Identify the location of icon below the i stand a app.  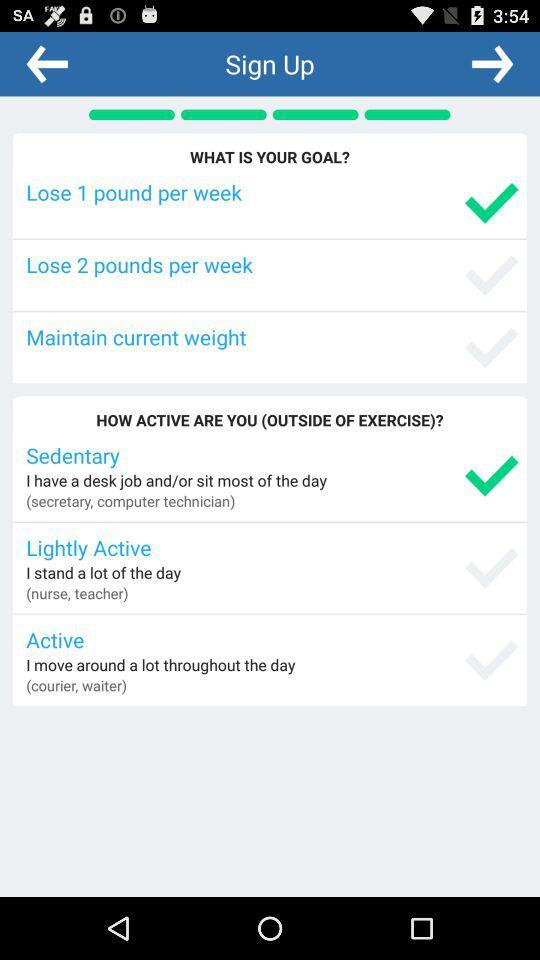
(76, 593).